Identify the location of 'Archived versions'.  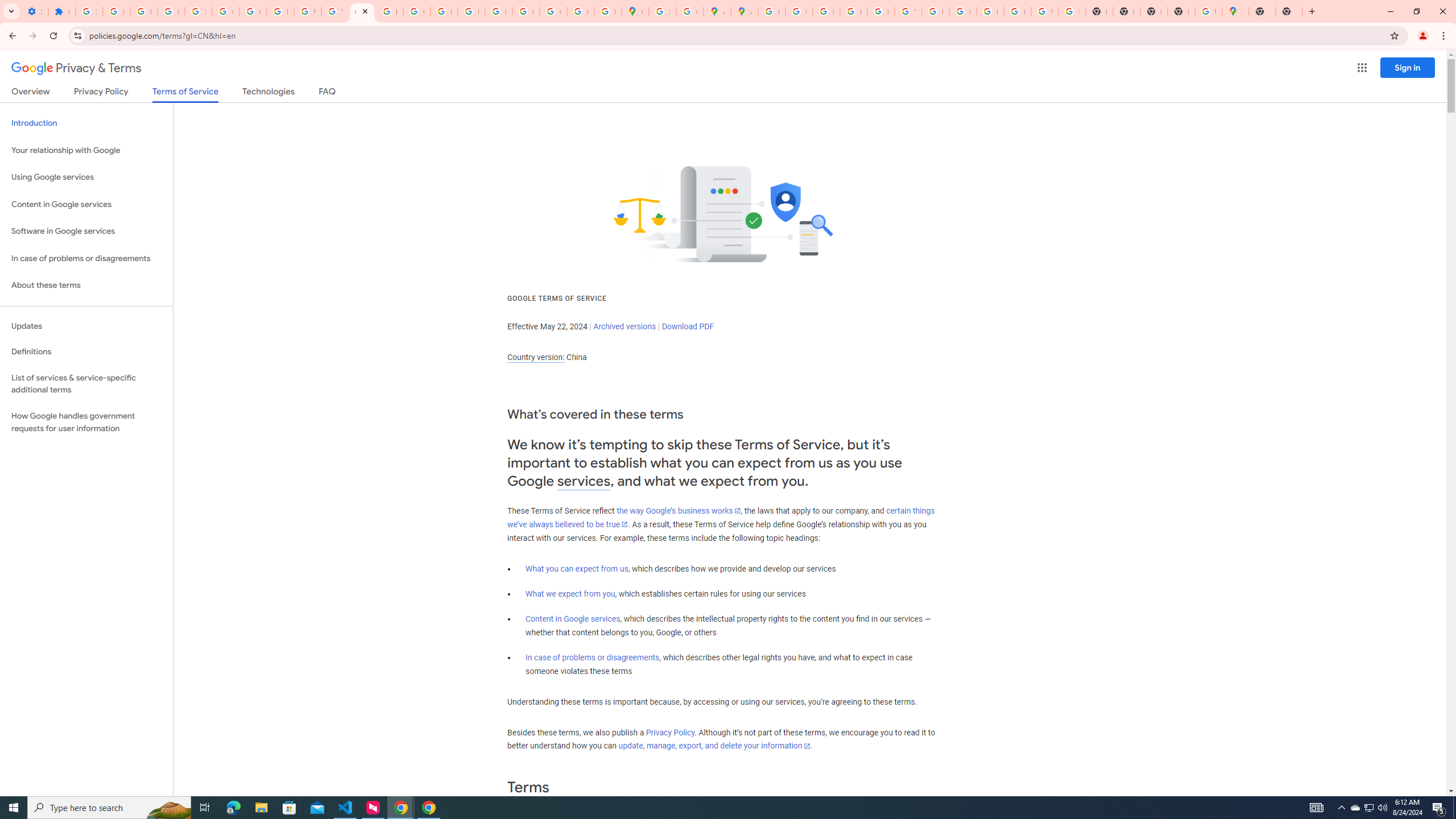
(624, 325).